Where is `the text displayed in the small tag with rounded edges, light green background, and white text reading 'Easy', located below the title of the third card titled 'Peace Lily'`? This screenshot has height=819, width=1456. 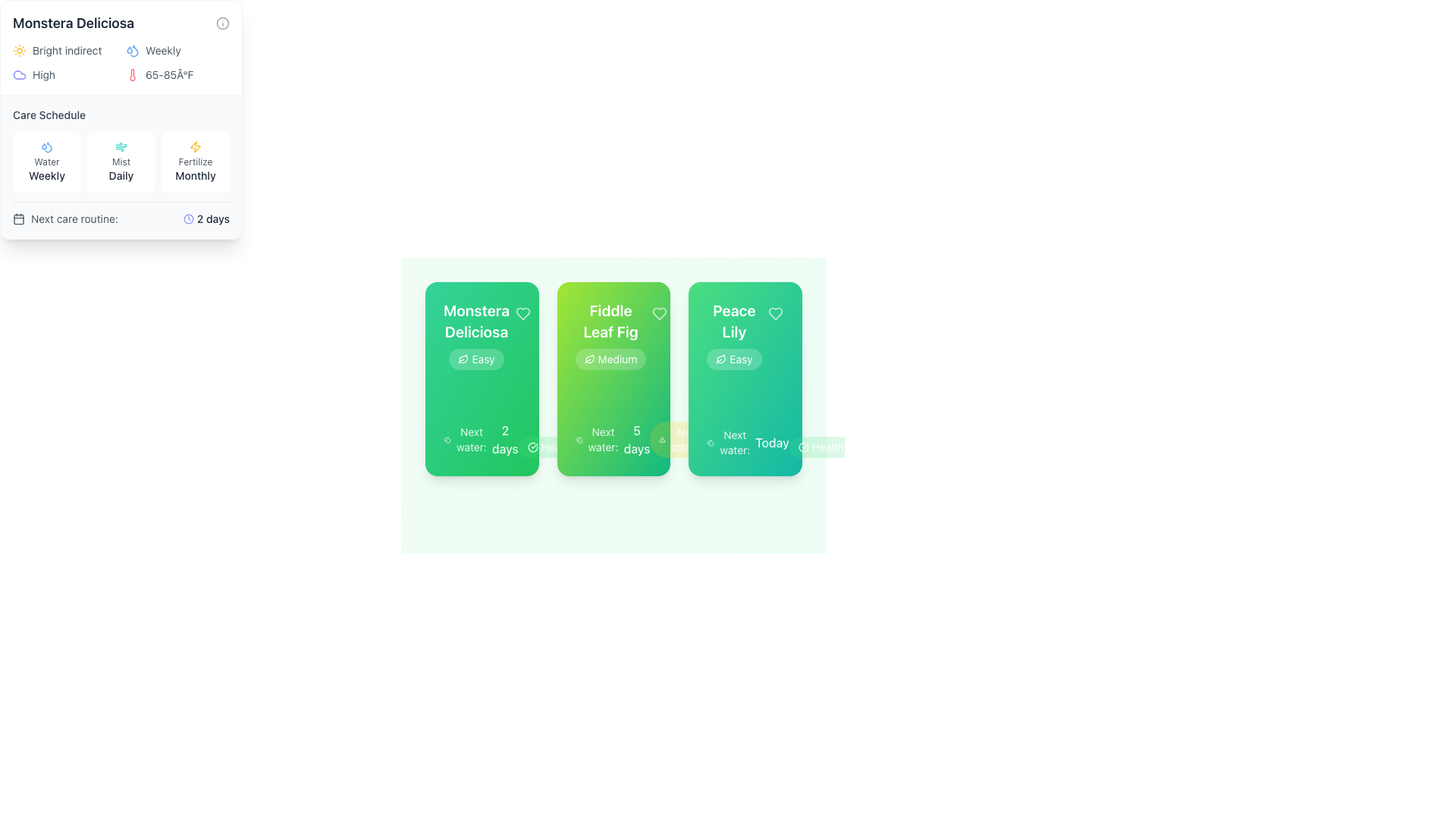 the text displayed in the small tag with rounded edges, light green background, and white text reading 'Easy', located below the title of the third card titled 'Peace Lily' is located at coordinates (734, 359).